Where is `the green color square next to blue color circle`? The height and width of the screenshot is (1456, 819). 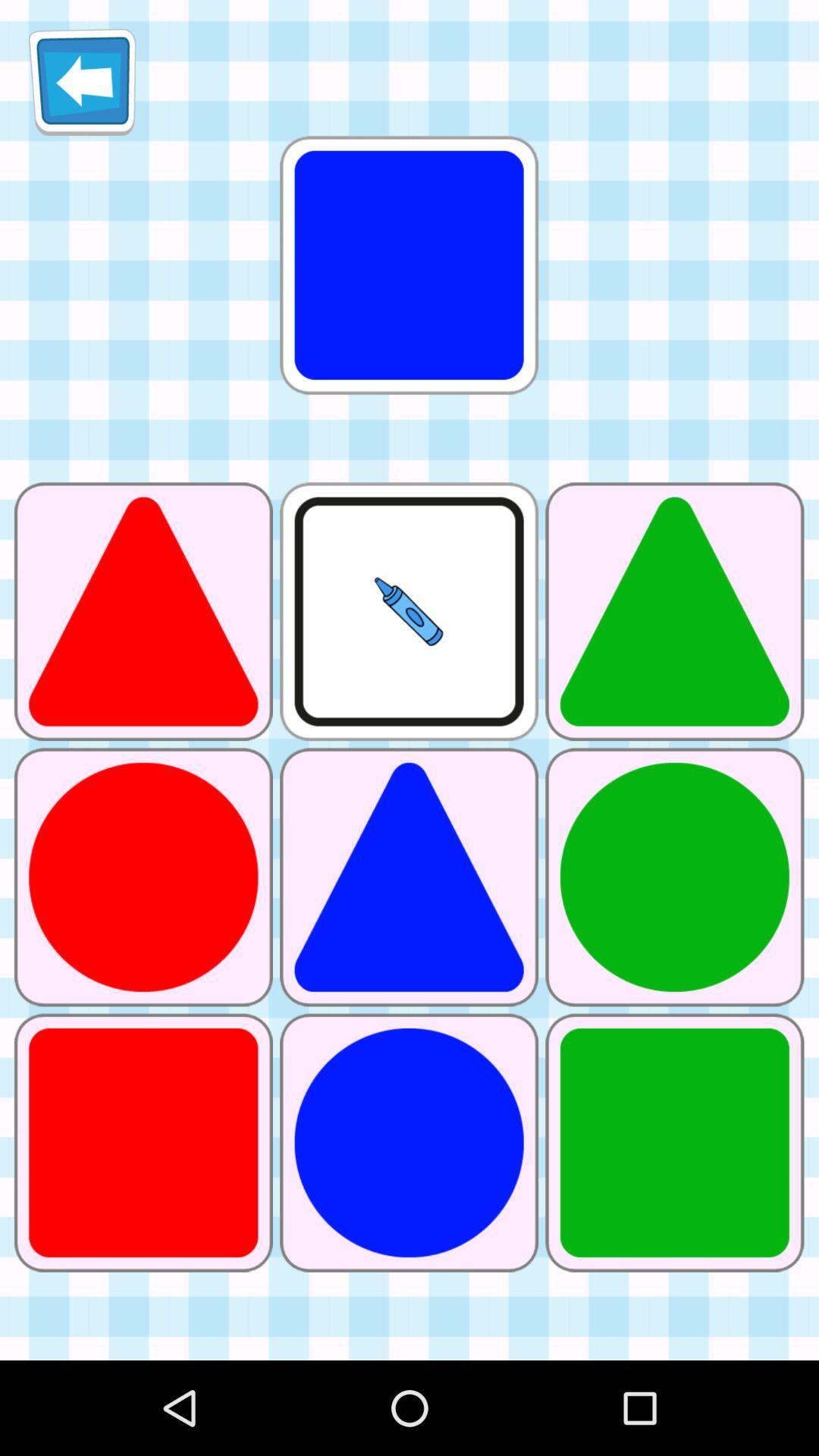 the green color square next to blue color circle is located at coordinates (674, 1143).